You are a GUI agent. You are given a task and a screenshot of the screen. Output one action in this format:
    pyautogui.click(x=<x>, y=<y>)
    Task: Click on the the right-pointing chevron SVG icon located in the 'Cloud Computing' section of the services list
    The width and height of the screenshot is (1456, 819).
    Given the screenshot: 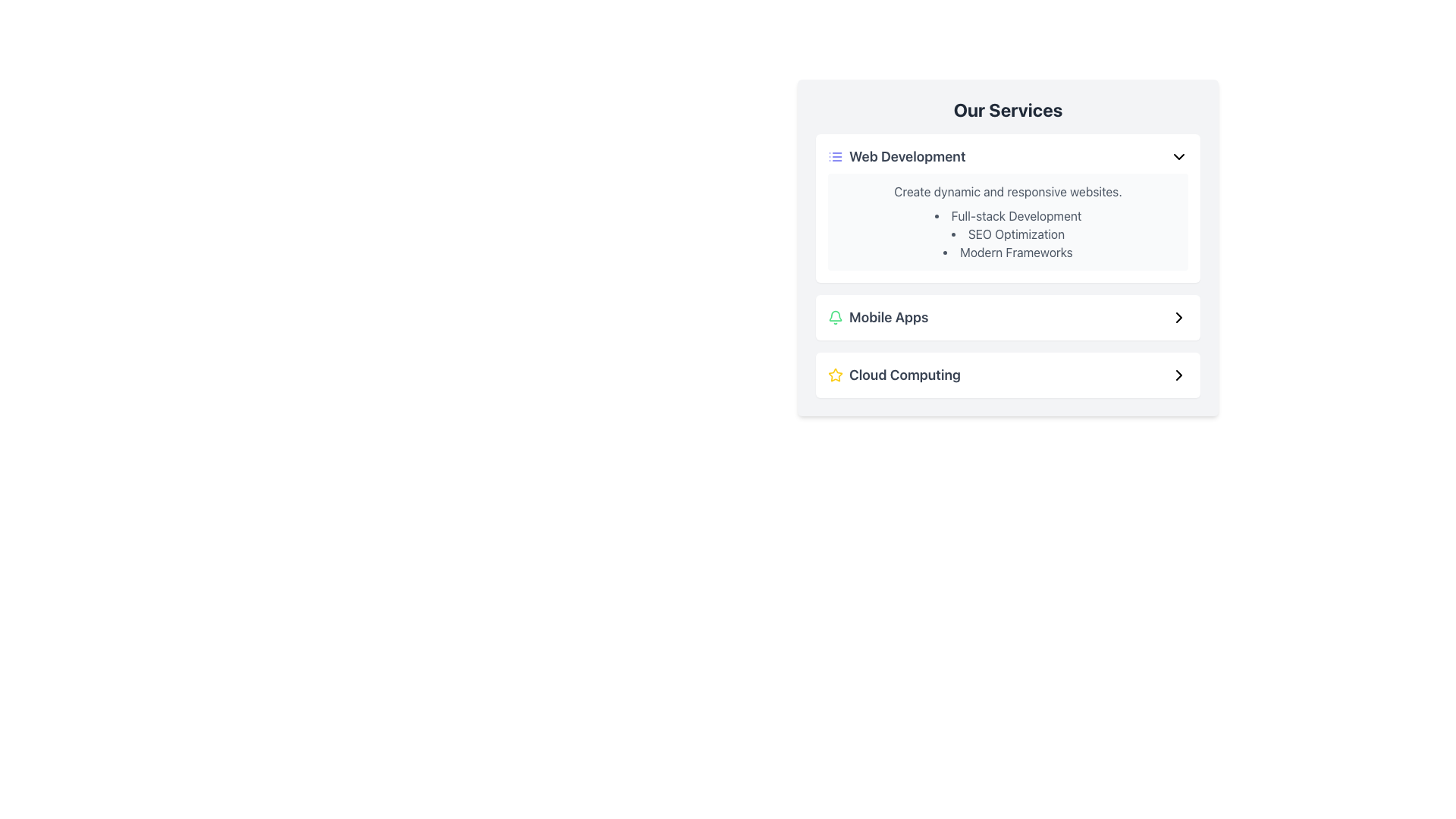 What is the action you would take?
    pyautogui.click(x=1178, y=375)
    